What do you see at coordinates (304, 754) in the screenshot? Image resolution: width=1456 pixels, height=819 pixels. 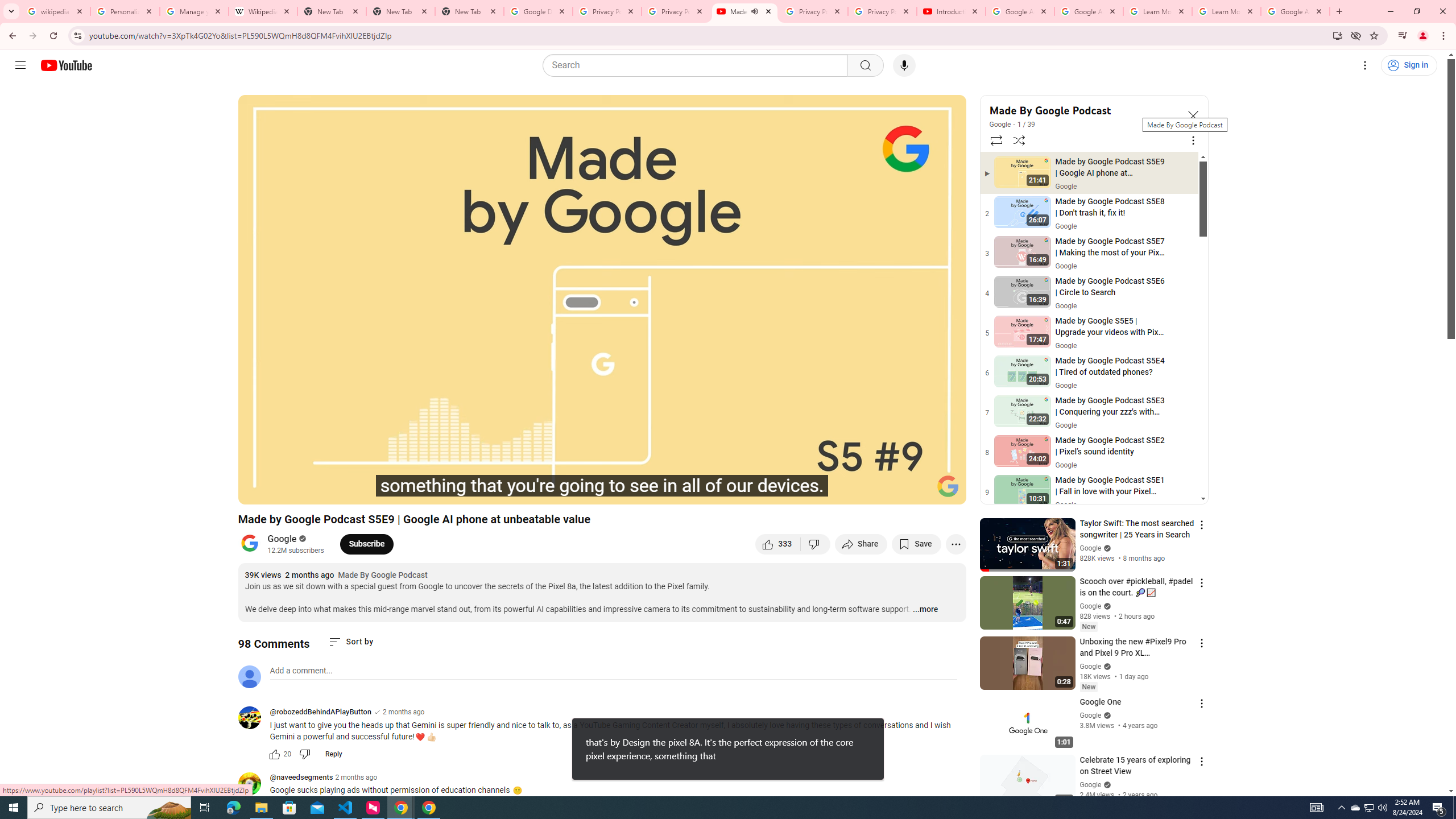 I see `'Dislike this comment'` at bounding box center [304, 754].